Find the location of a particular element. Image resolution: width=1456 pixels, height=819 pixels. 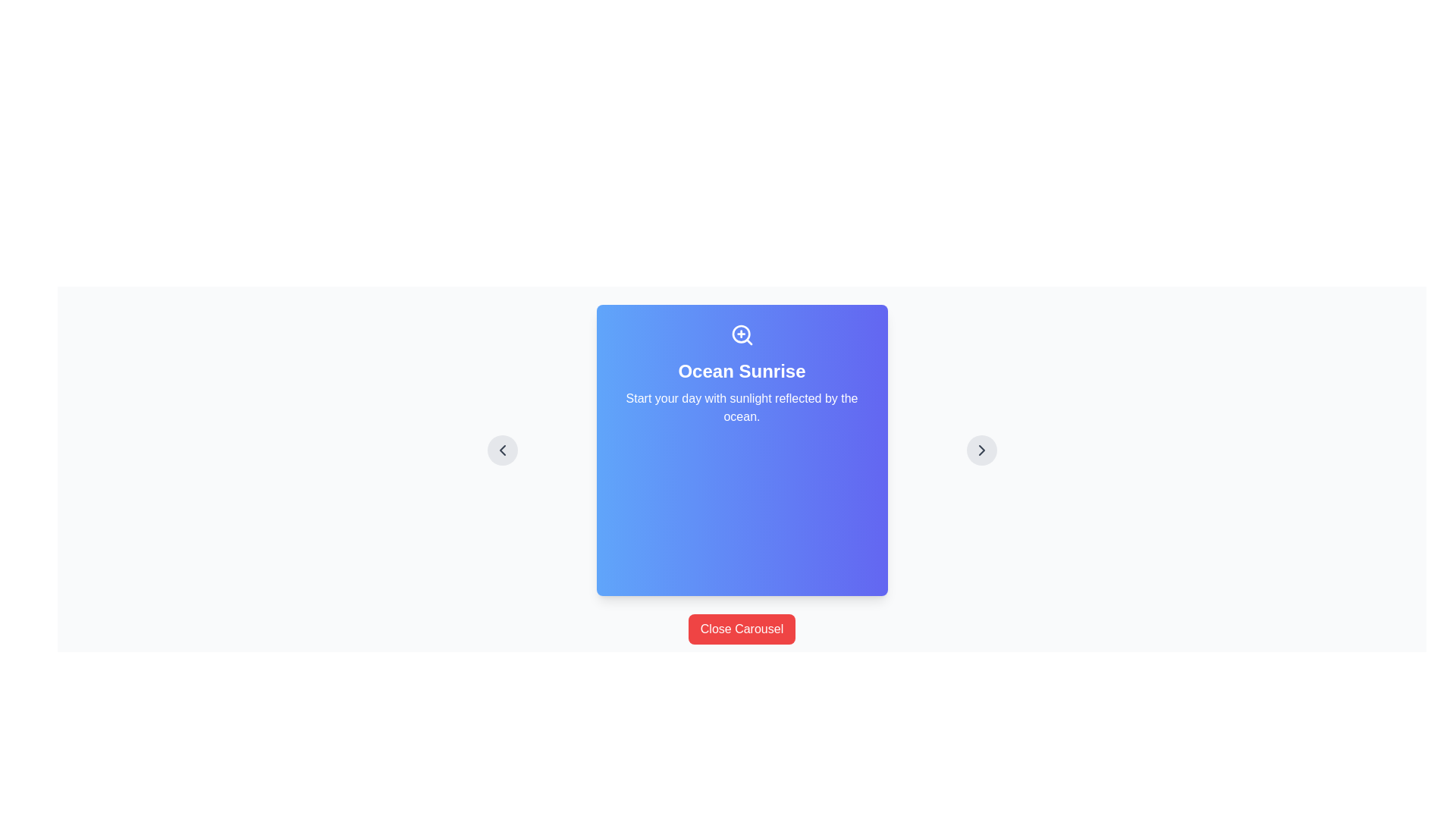

the left-pointing chevron icon button, which serves as a previous navigation button for scrolling back in a carousel, using keyboard shortcuts is located at coordinates (502, 450).